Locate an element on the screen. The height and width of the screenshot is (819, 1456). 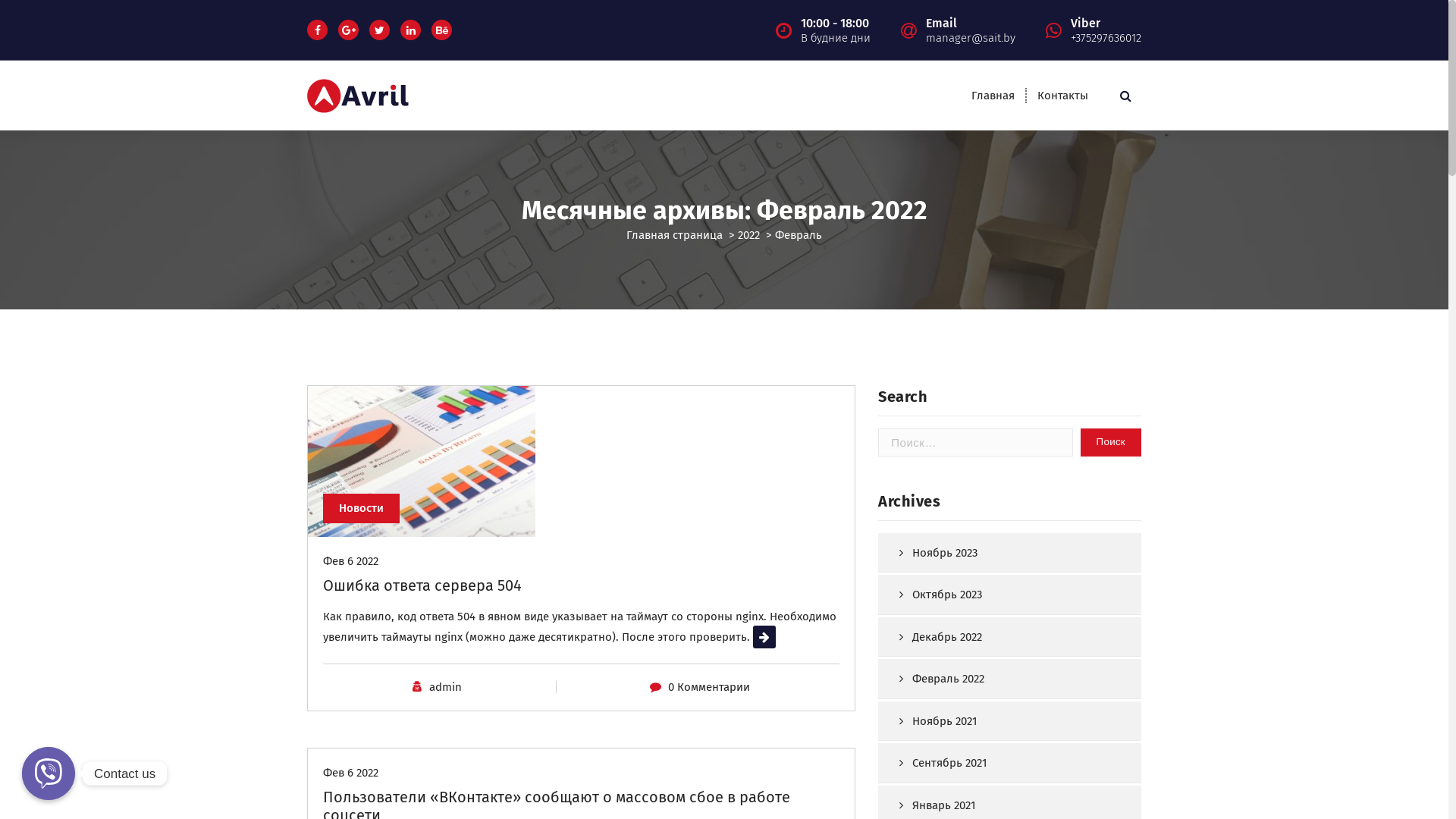
'Email is located at coordinates (971, 29).